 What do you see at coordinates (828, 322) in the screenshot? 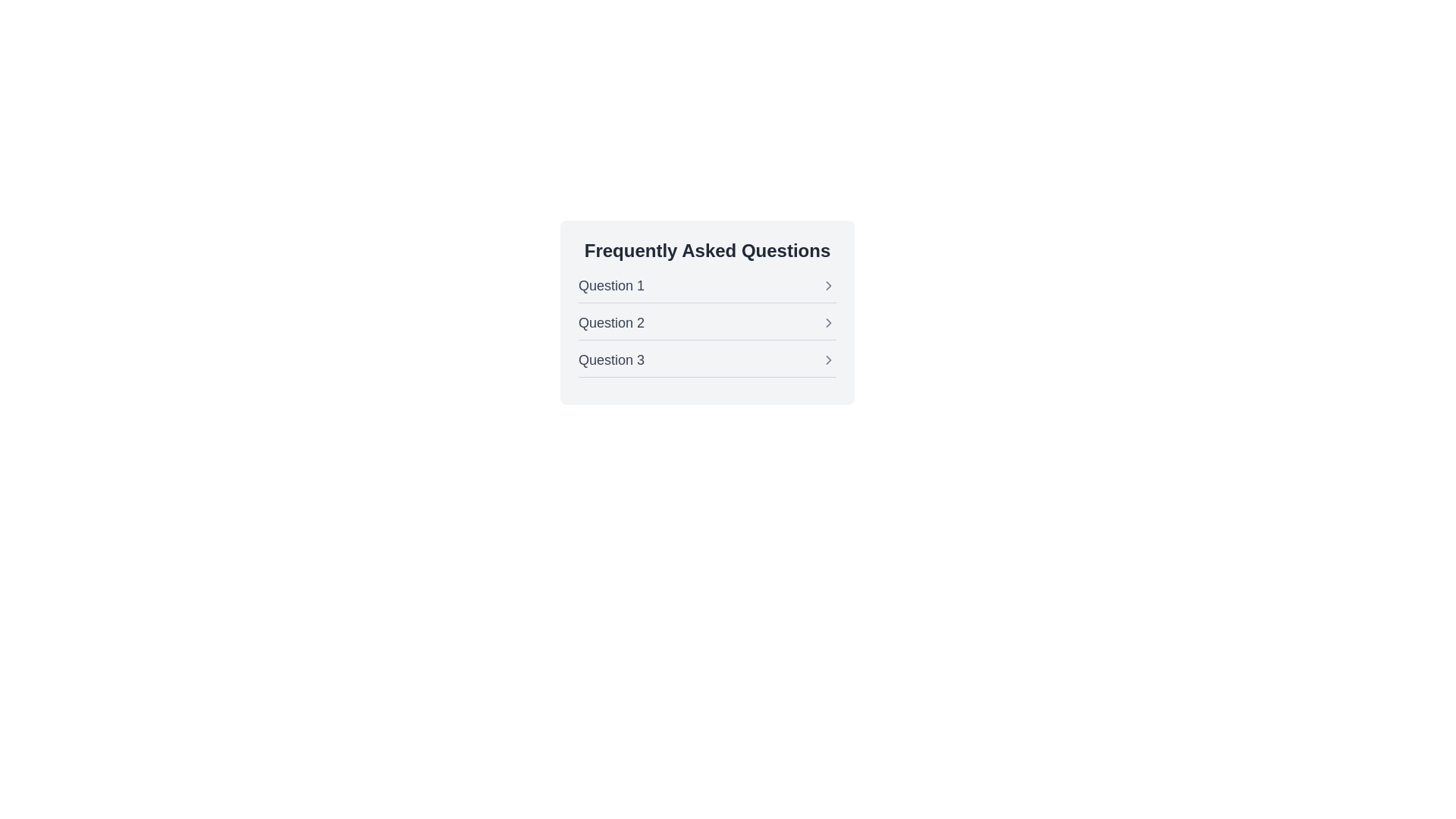
I see `the interactive icon located on the same row as 'Question 2'` at bounding box center [828, 322].